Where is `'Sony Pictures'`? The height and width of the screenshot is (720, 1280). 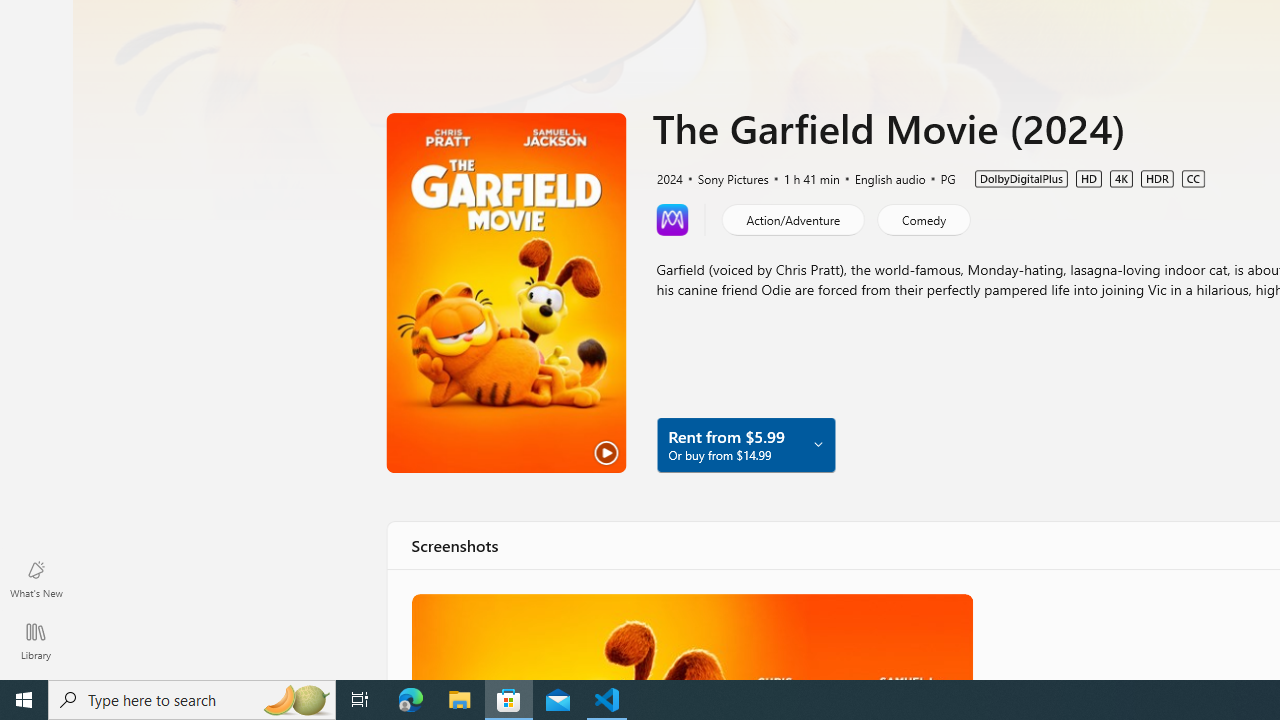
'Sony Pictures' is located at coordinates (723, 177).